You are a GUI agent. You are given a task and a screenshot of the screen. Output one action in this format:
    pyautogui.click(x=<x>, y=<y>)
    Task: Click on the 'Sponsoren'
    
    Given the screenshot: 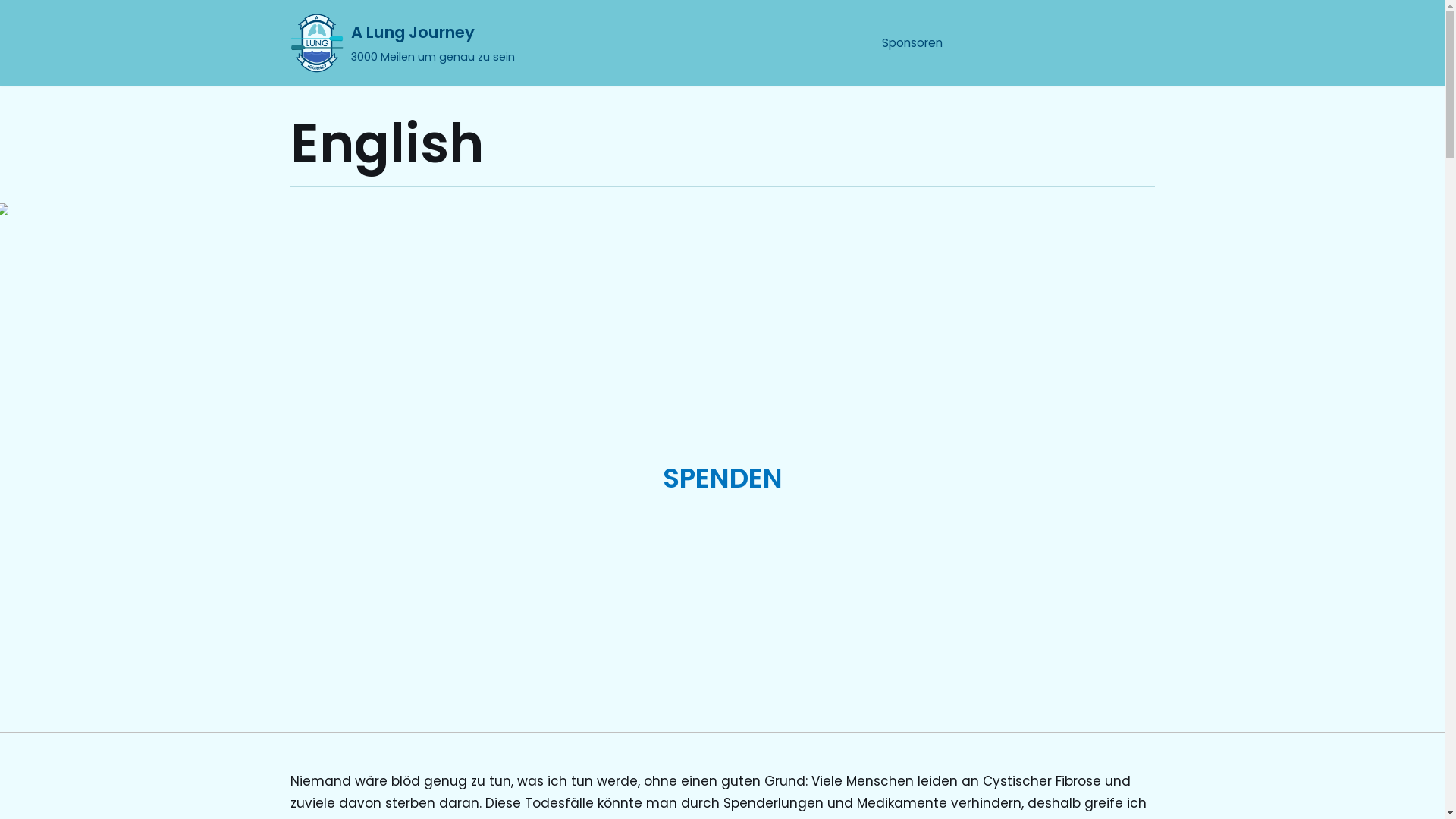 What is the action you would take?
    pyautogui.click(x=910, y=42)
    